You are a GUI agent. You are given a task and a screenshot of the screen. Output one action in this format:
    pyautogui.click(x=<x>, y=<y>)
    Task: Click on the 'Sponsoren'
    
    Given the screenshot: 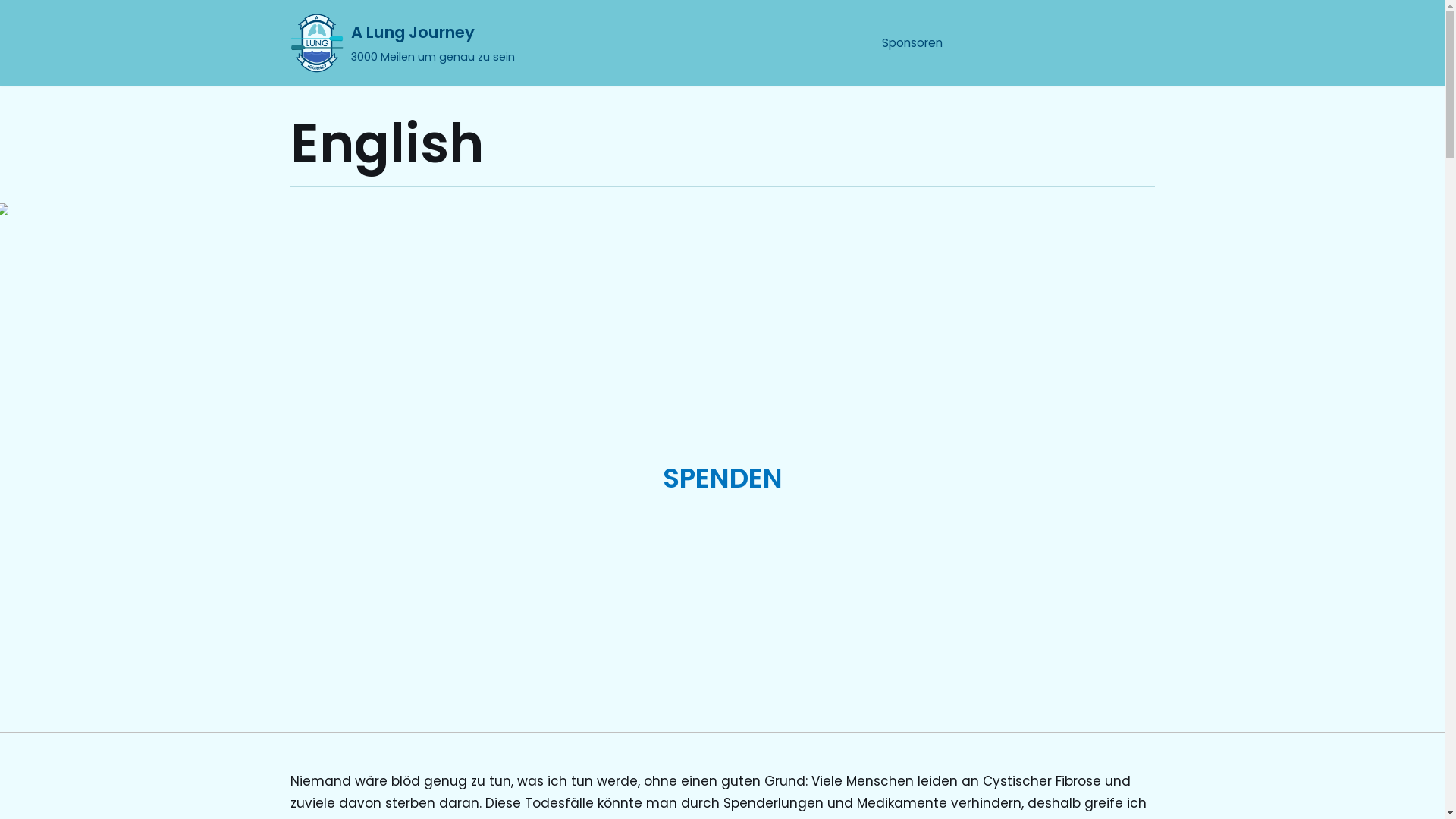 What is the action you would take?
    pyautogui.click(x=910, y=42)
    